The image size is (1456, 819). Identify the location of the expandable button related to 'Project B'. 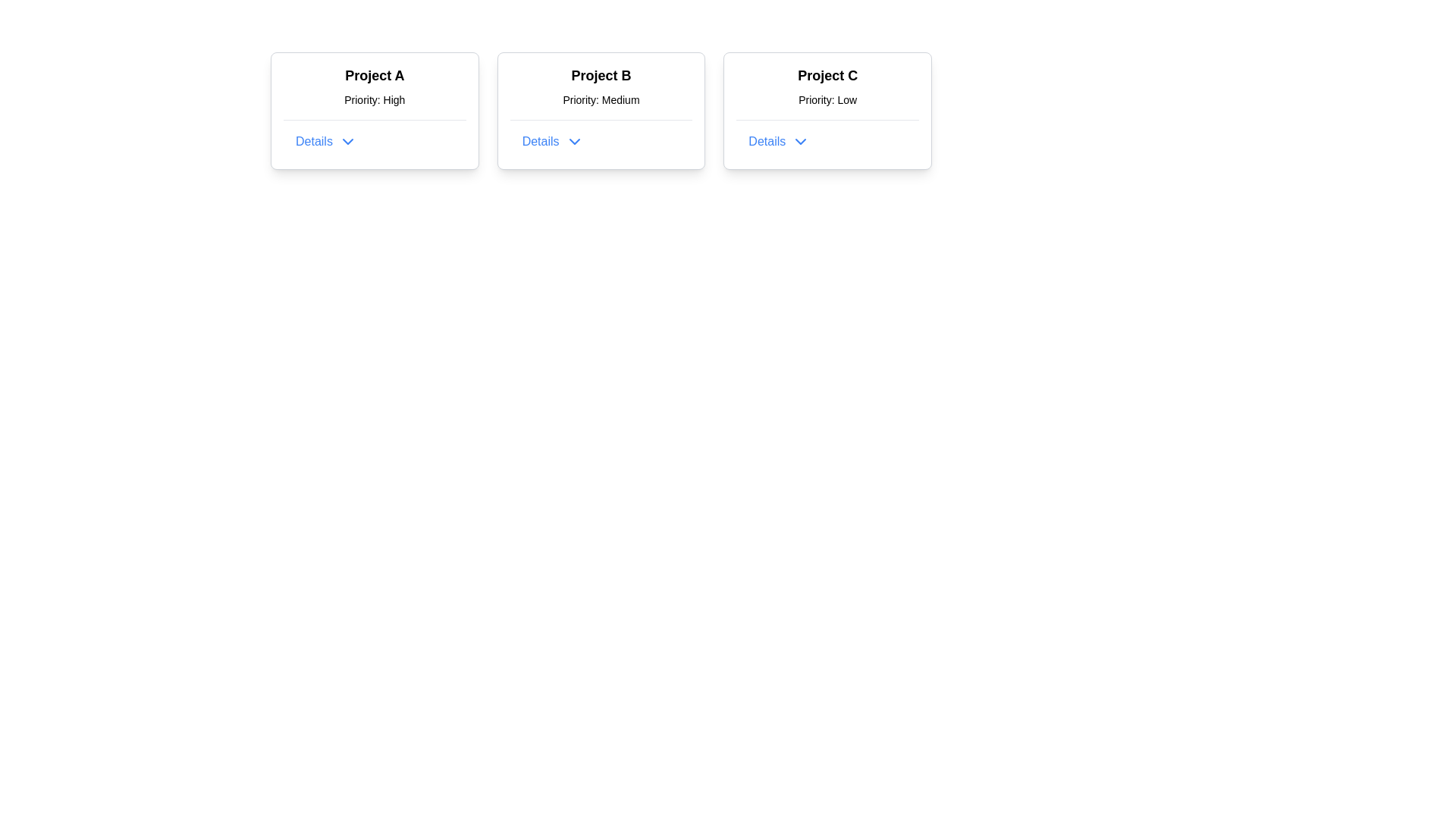
(600, 138).